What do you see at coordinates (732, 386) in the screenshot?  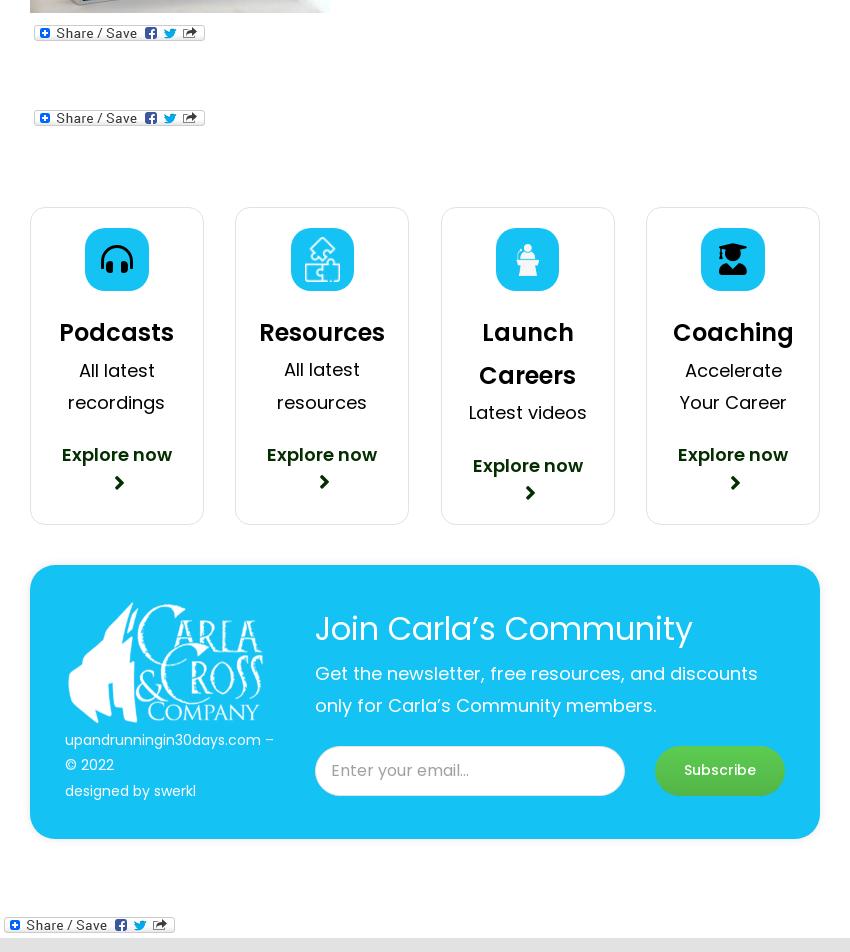 I see `'Accelerate Your Career'` at bounding box center [732, 386].